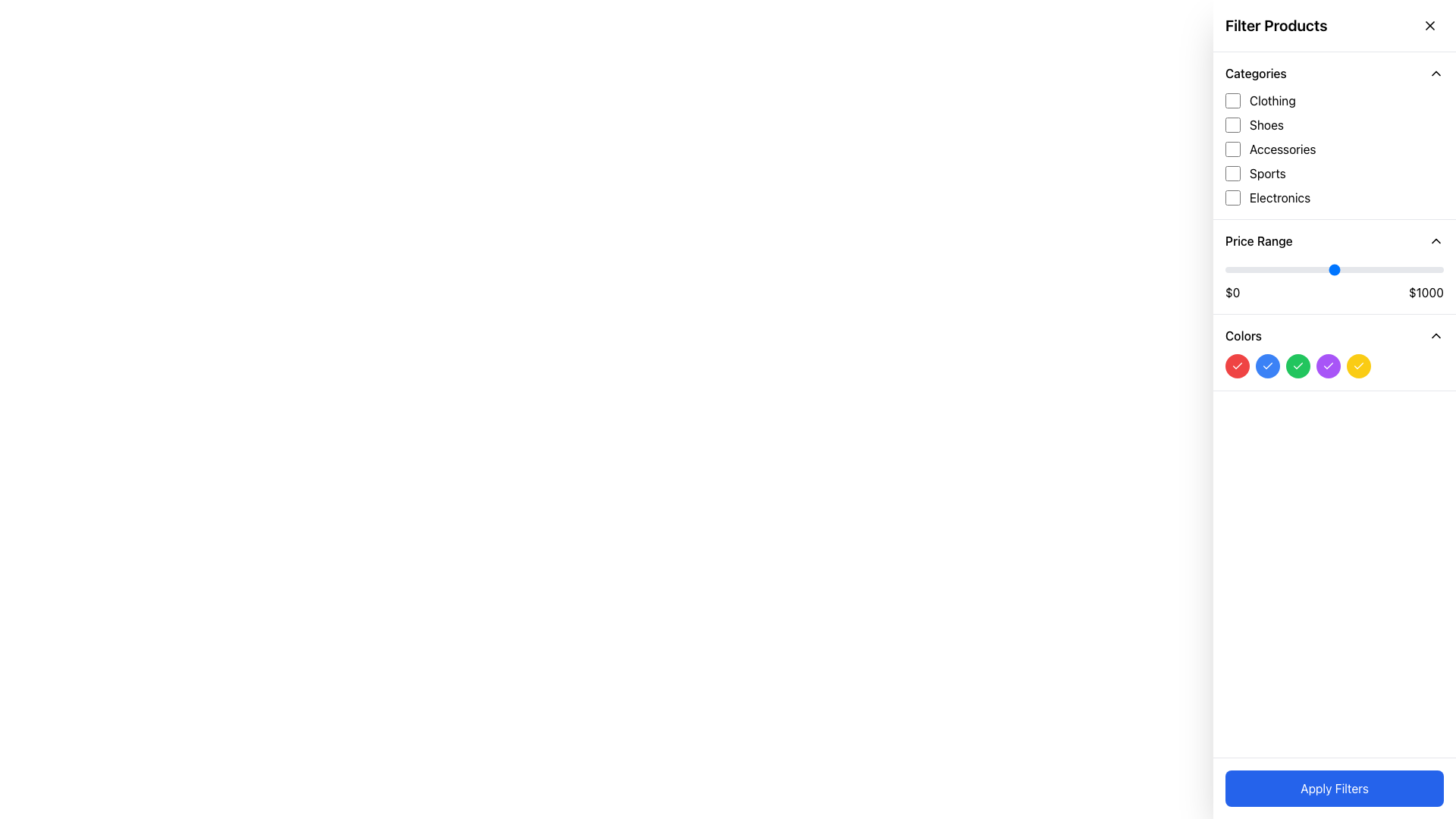  I want to click on the Chevron icon located at the far-right end of the 'Categories' section header, so click(1436, 73).